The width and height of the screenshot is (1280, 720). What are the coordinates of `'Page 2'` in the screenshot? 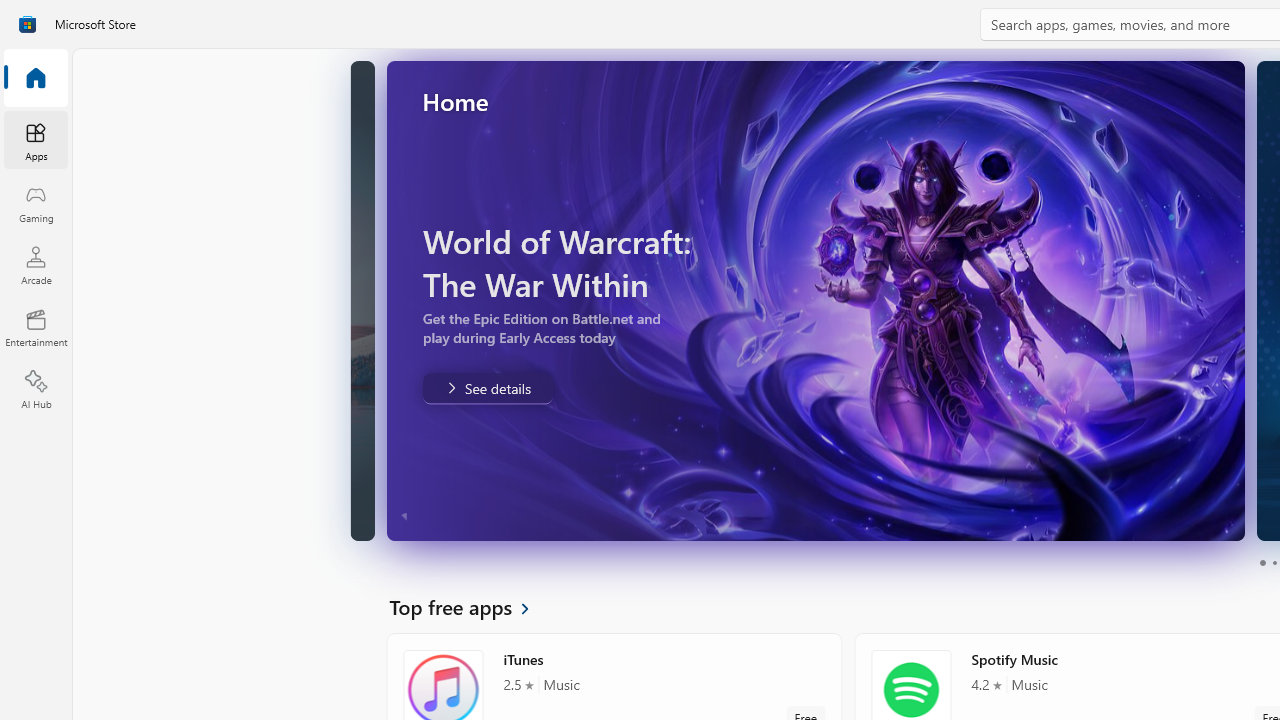 It's located at (1273, 563).